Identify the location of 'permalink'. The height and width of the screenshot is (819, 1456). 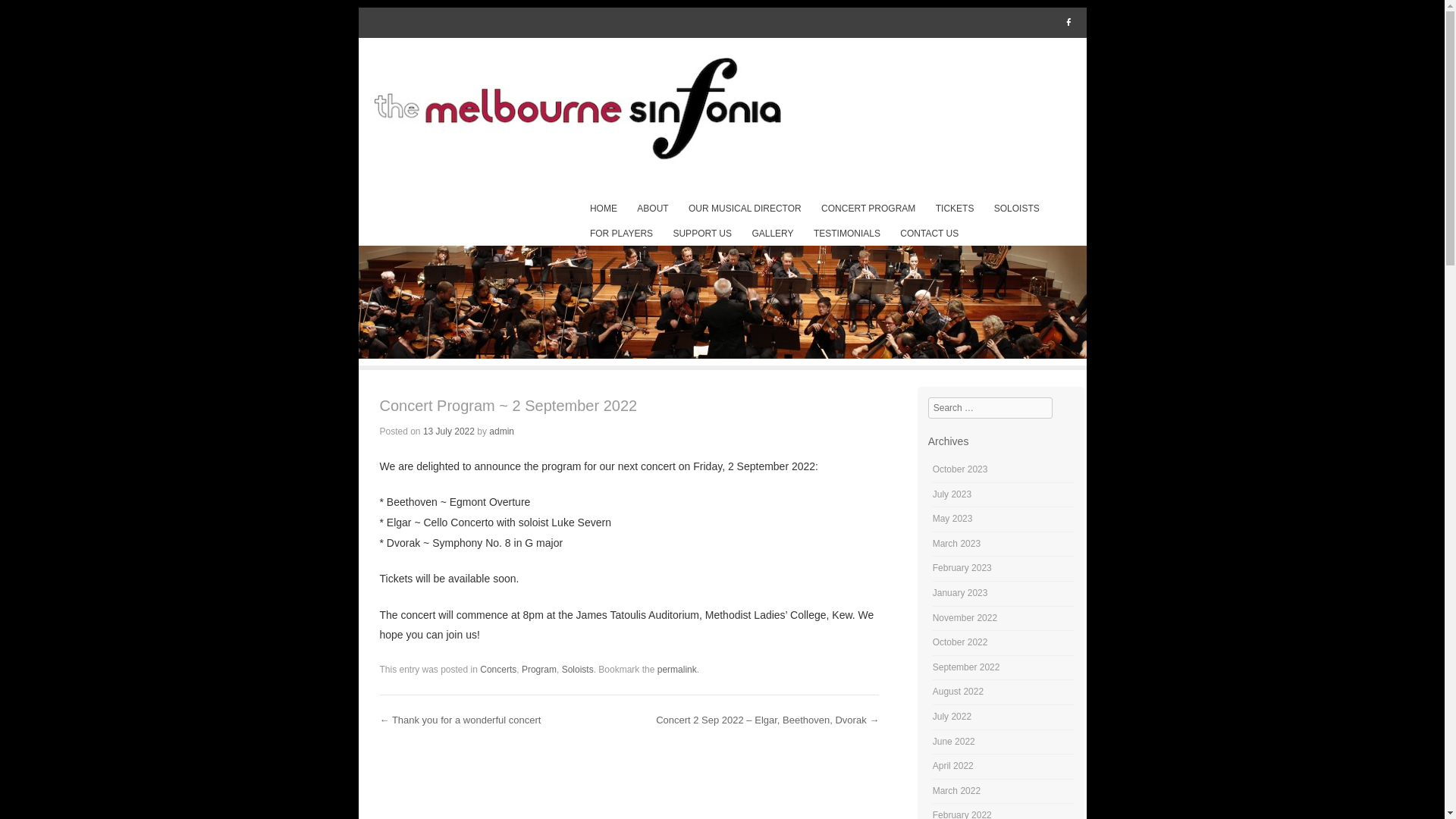
(657, 669).